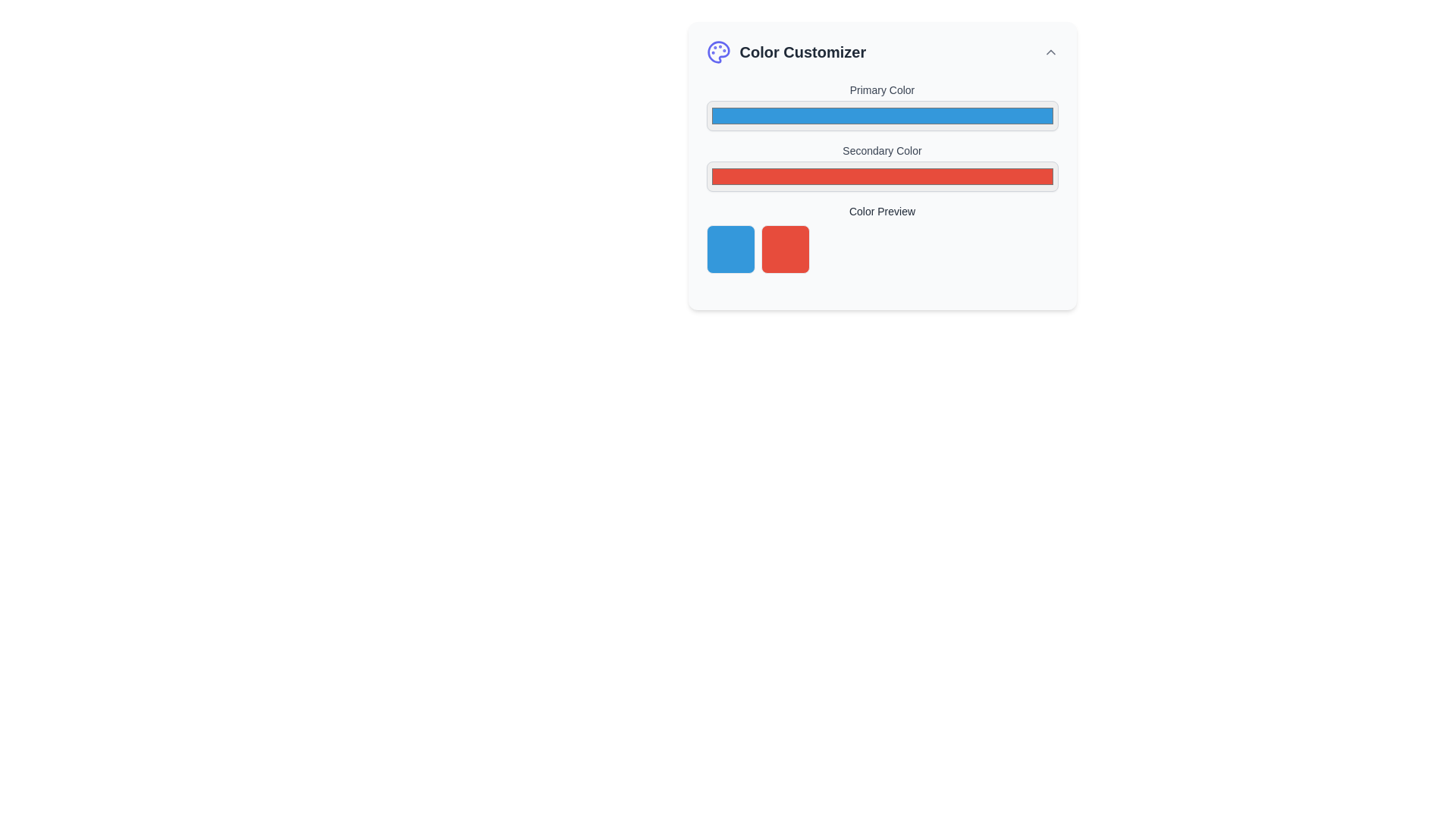 Image resolution: width=1456 pixels, height=819 pixels. I want to click on the 'Color Customizer' panel, so click(882, 166).